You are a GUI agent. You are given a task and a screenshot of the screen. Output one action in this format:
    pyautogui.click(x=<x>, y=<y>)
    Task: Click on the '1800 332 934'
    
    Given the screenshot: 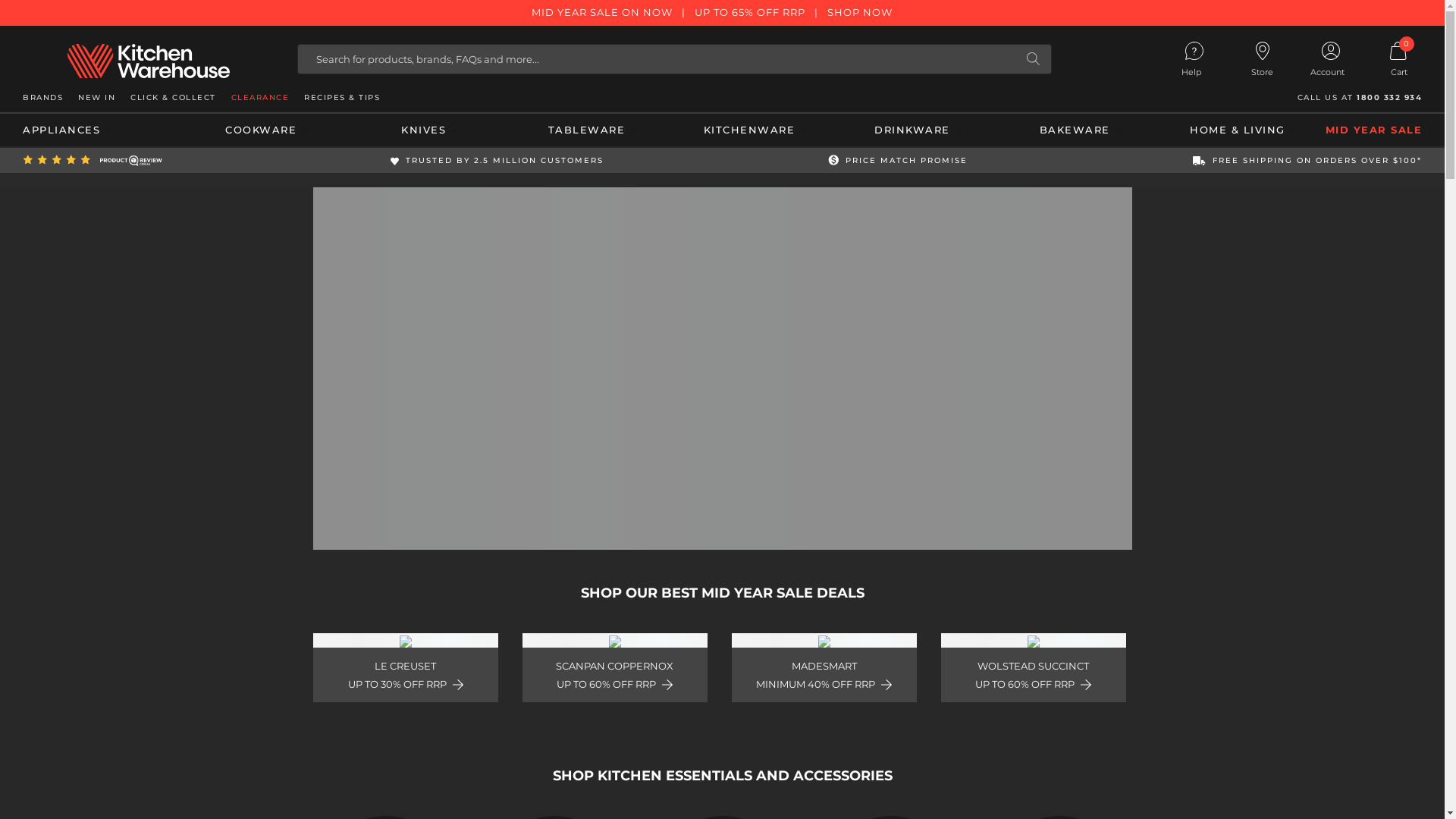 What is the action you would take?
    pyautogui.click(x=1389, y=97)
    